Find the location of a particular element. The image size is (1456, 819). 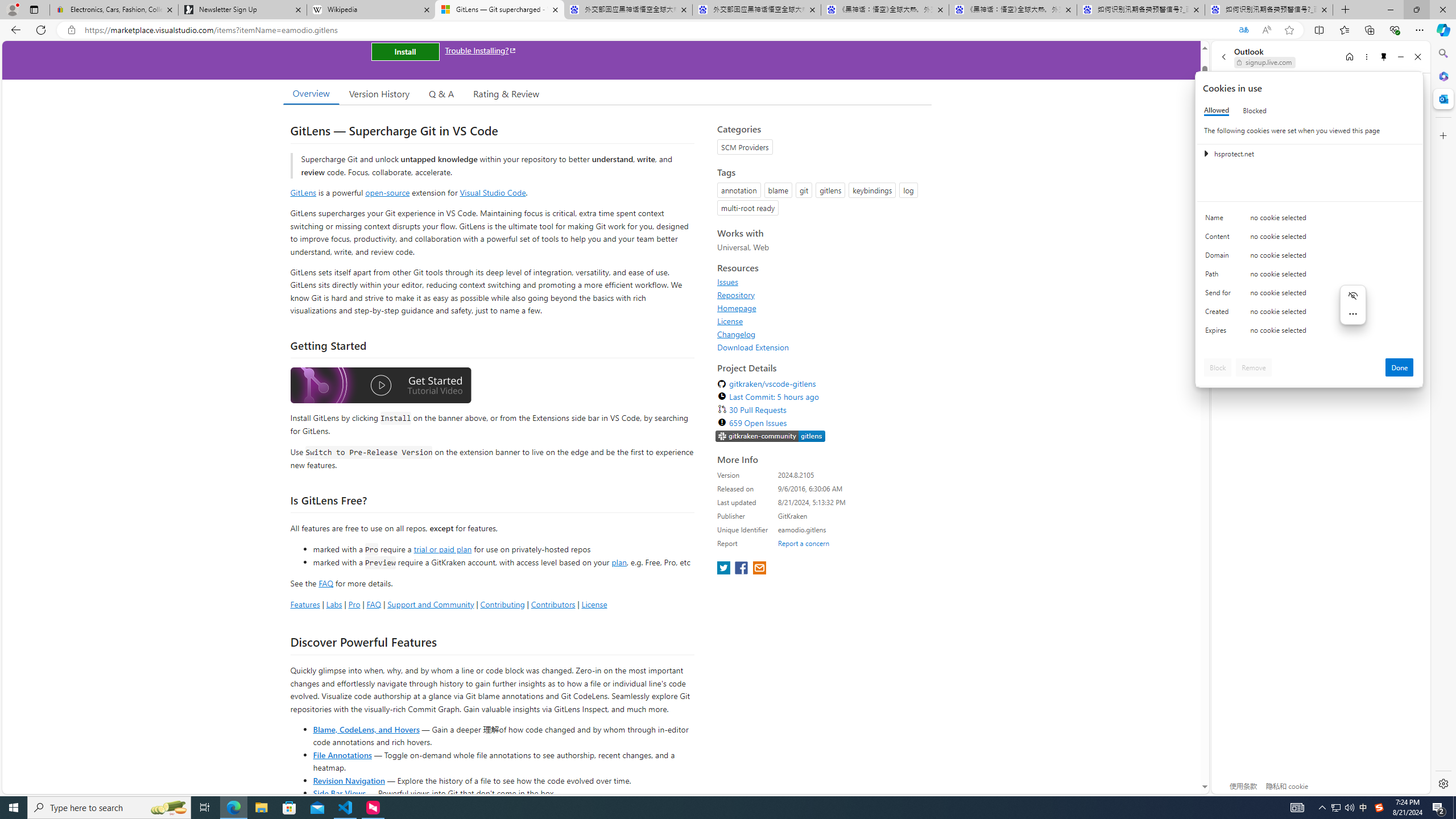

'Block' is located at coordinates (1217, 367).